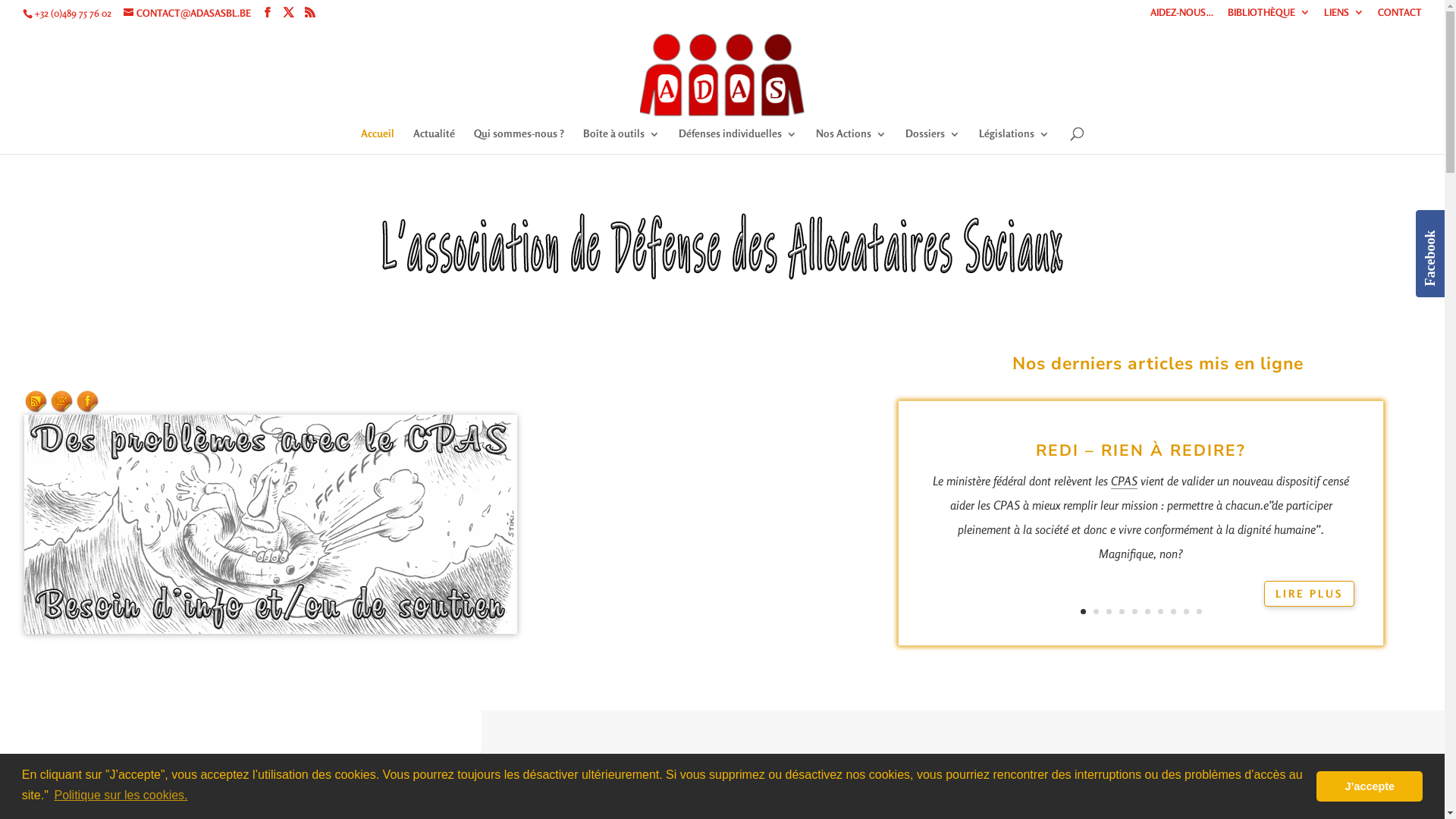 The image size is (1456, 819). Describe the element at coordinates (1185, 610) in the screenshot. I see `'9'` at that location.